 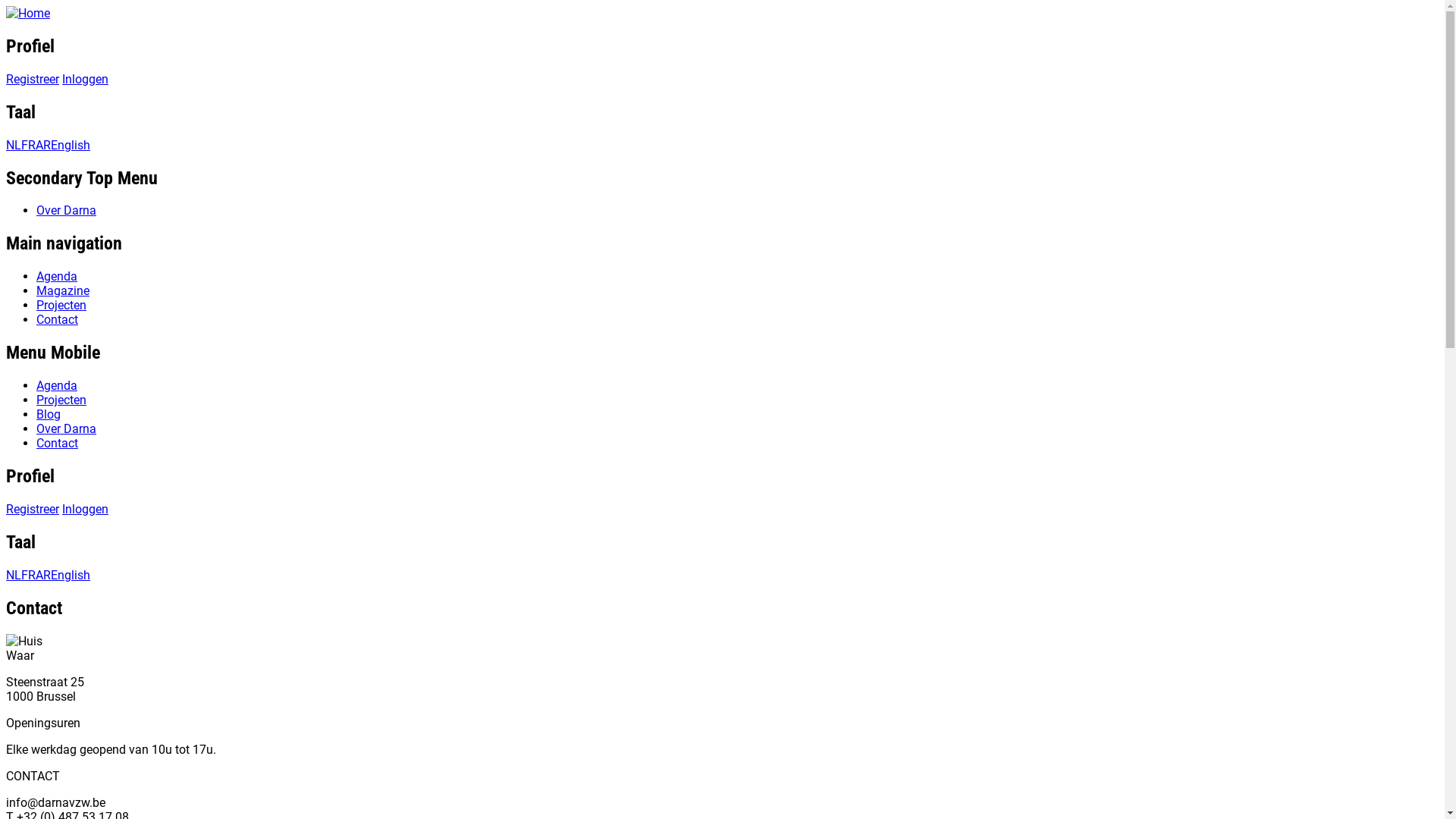 I want to click on 'FR', so click(x=28, y=145).